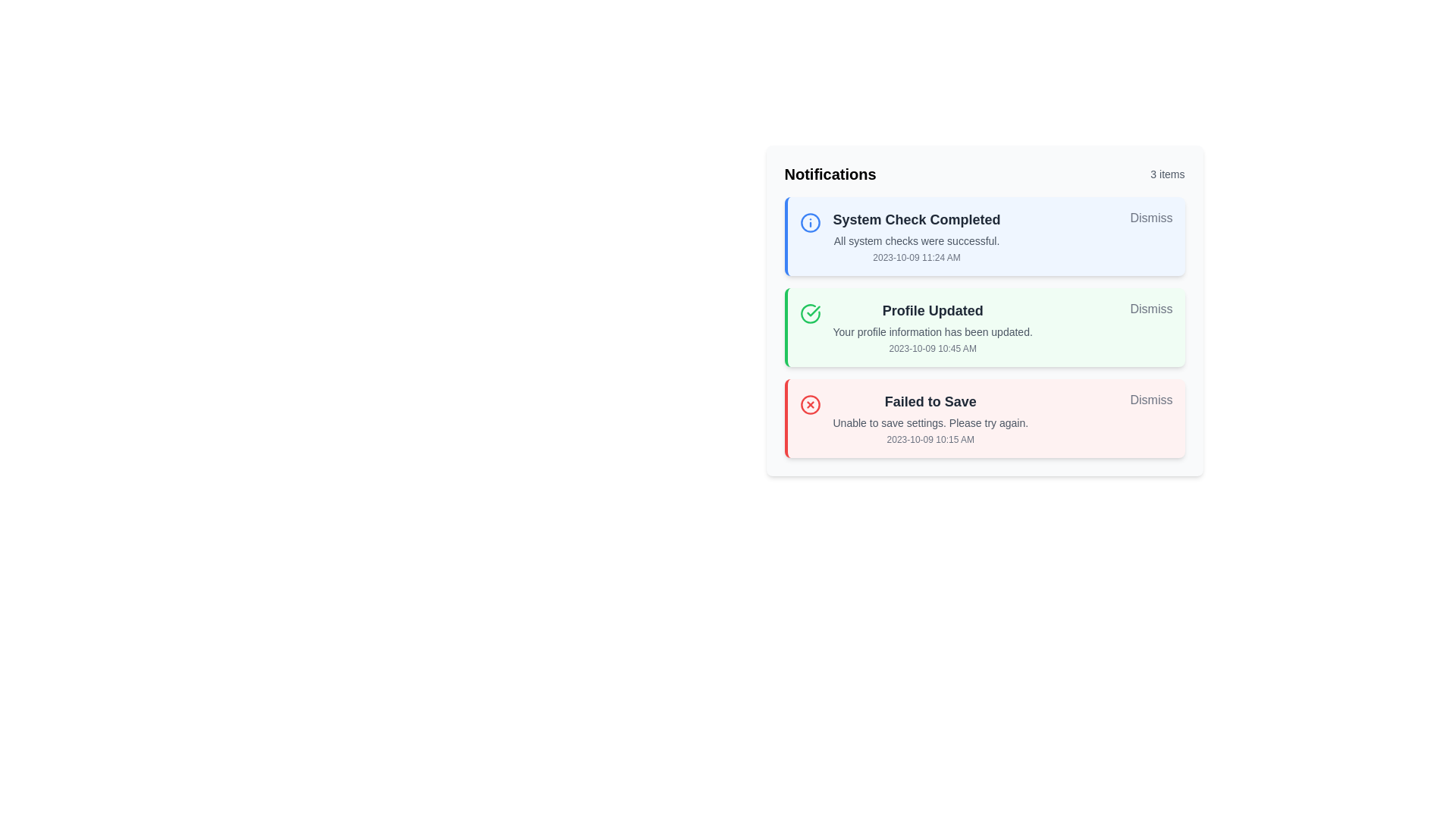 Image resolution: width=1456 pixels, height=819 pixels. I want to click on information presented in the notification text that says 'Unable to save settings. Please try again.' which is styled with subtle gray text and is part of the 'Failed to Save' notification box, so click(930, 430).